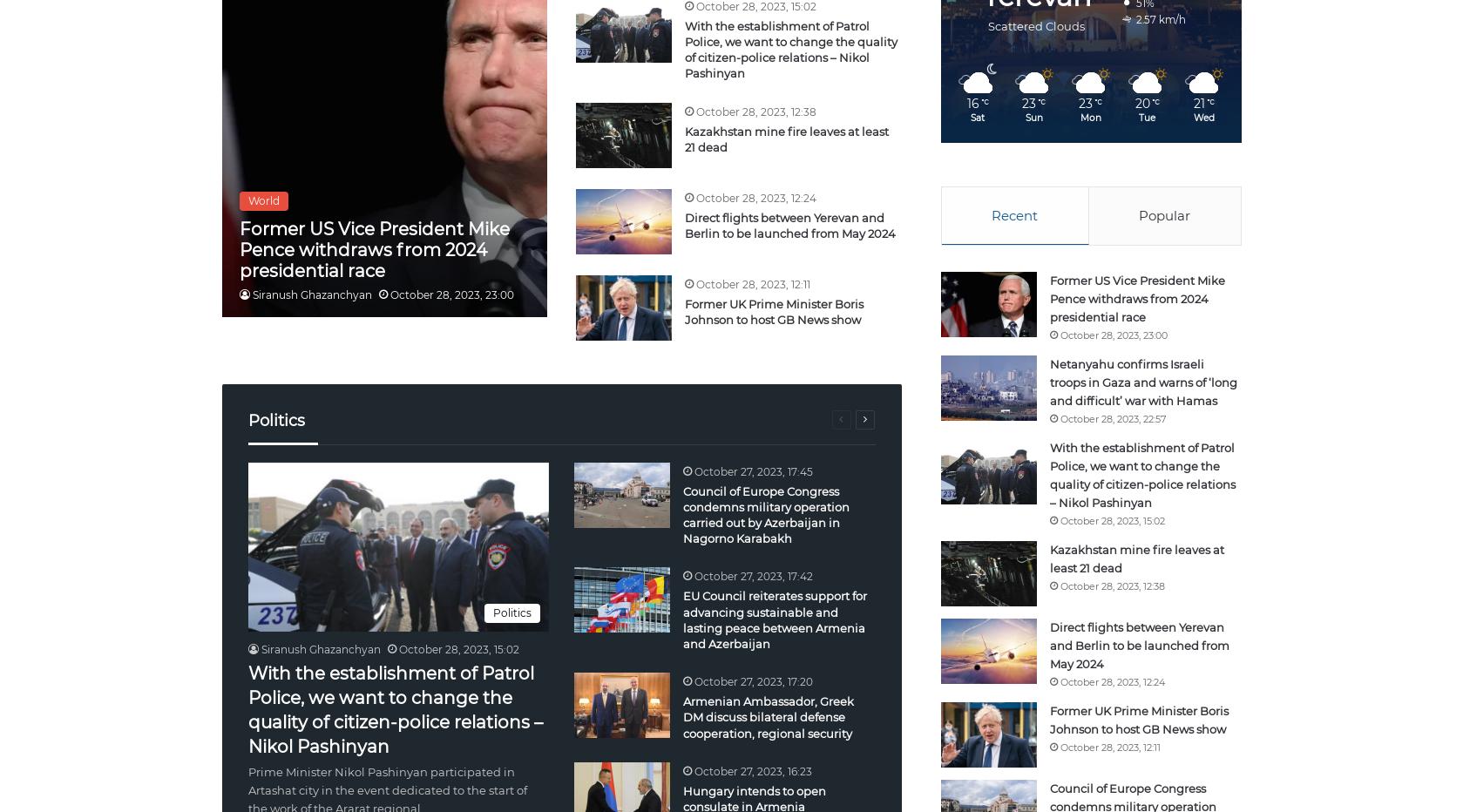  What do you see at coordinates (1023, 116) in the screenshot?
I see `'Sun'` at bounding box center [1023, 116].